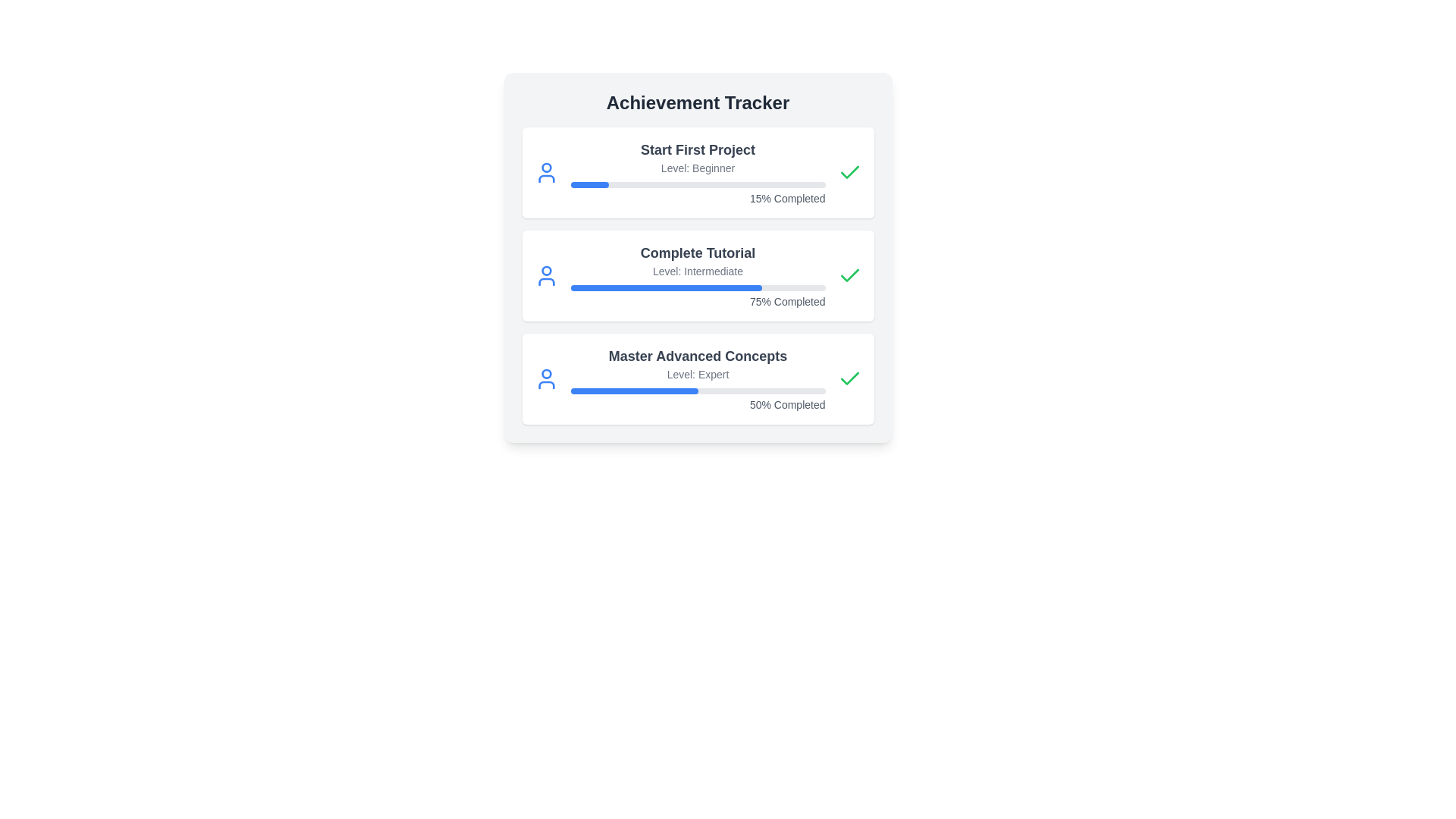 The width and height of the screenshot is (1456, 819). I want to click on the small circle representing the head of the user profile icon, which is part of the 'Start First Project' section in the upper-left area of the card, so click(546, 168).